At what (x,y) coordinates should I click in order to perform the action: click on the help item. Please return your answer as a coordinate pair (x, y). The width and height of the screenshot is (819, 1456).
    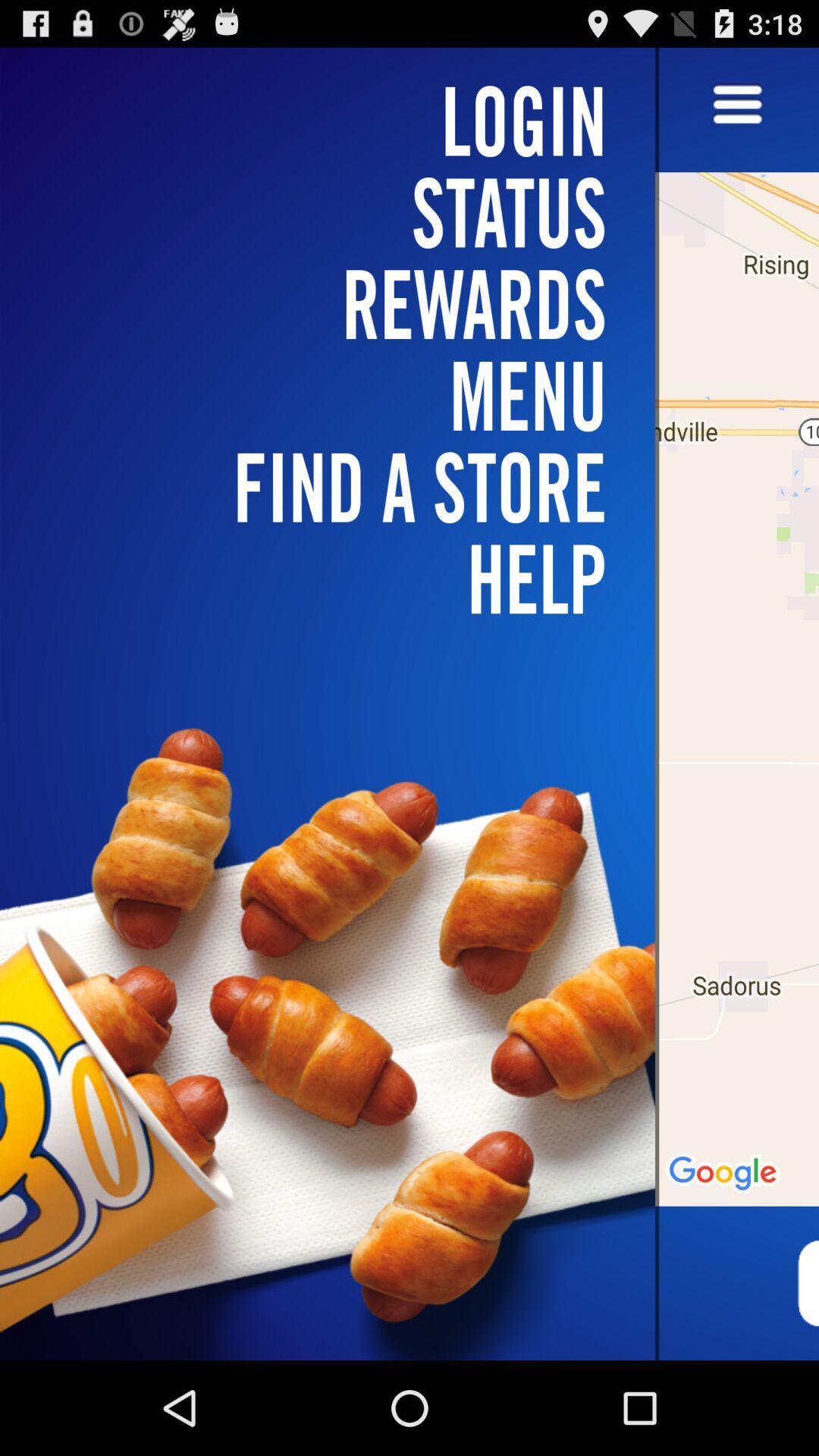
    Looking at the image, I should click on (336, 578).